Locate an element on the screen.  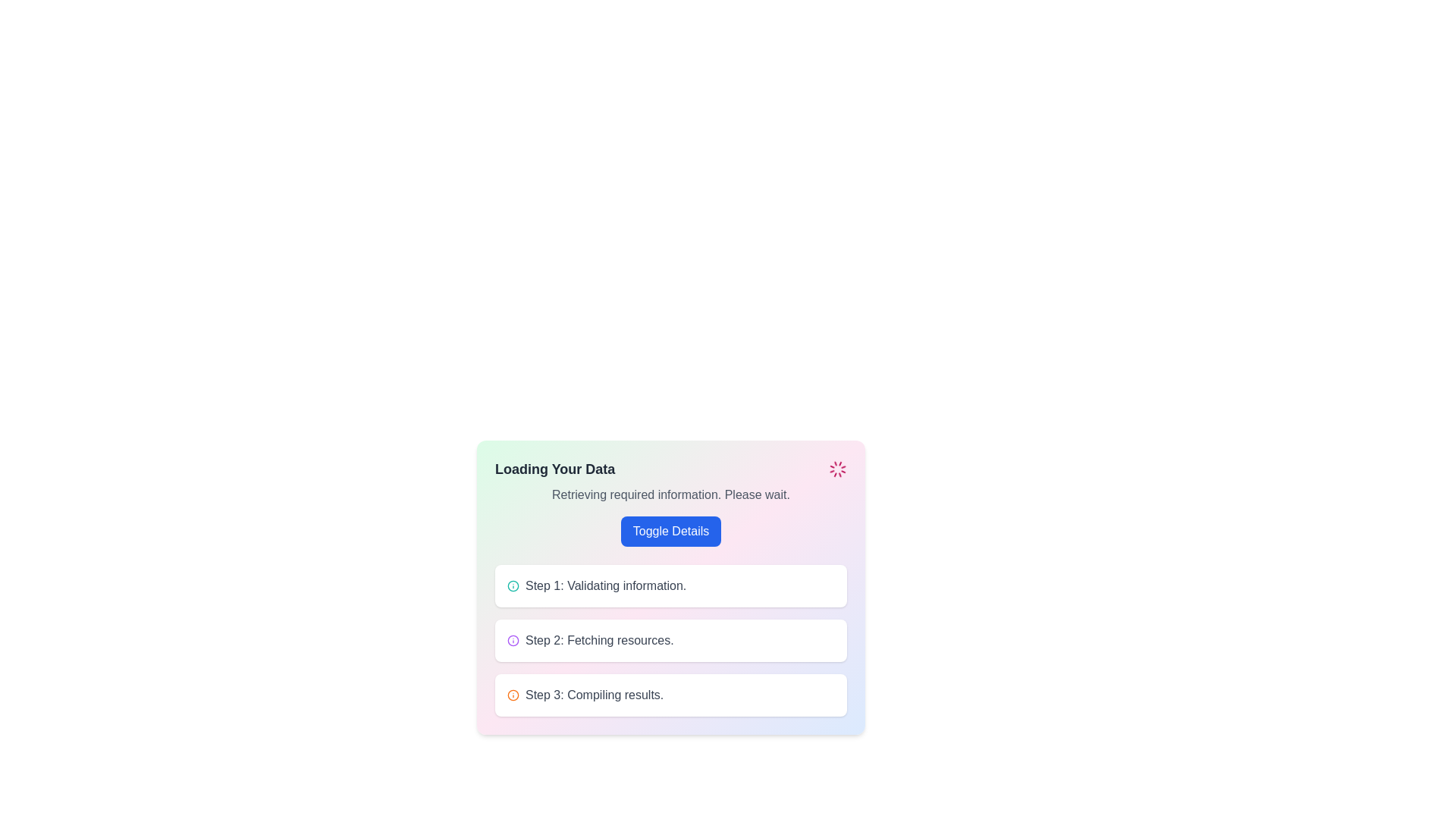
the button that toggles the visibility of additional details in the interface, located below the text 'Retrieving required information. Please wait.' and above the step descriptions is located at coordinates (670, 531).